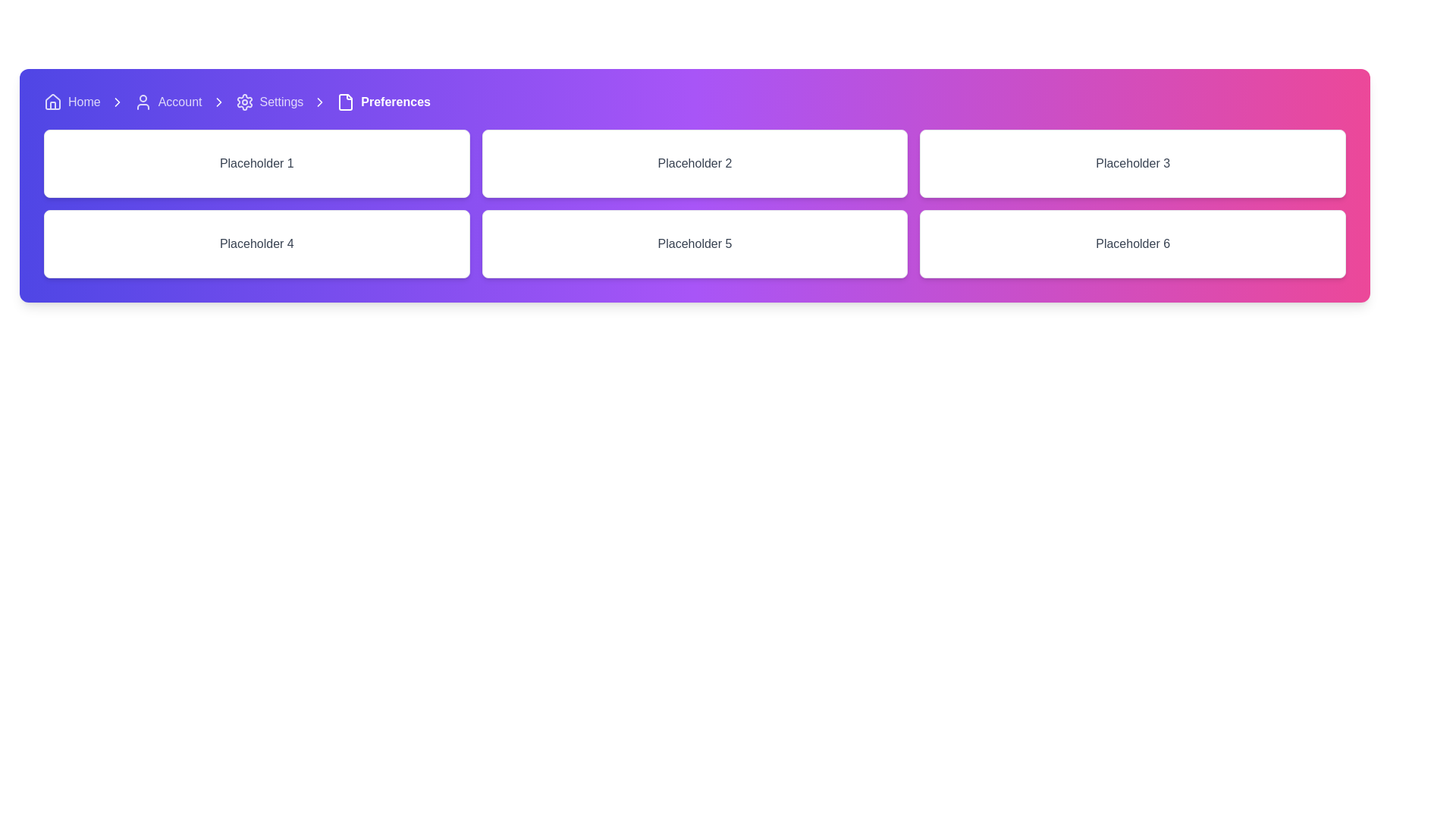 This screenshot has height=819, width=1456. I want to click on the 'Settings' hyperlink in the breadcrumb navigation menu, so click(269, 102).